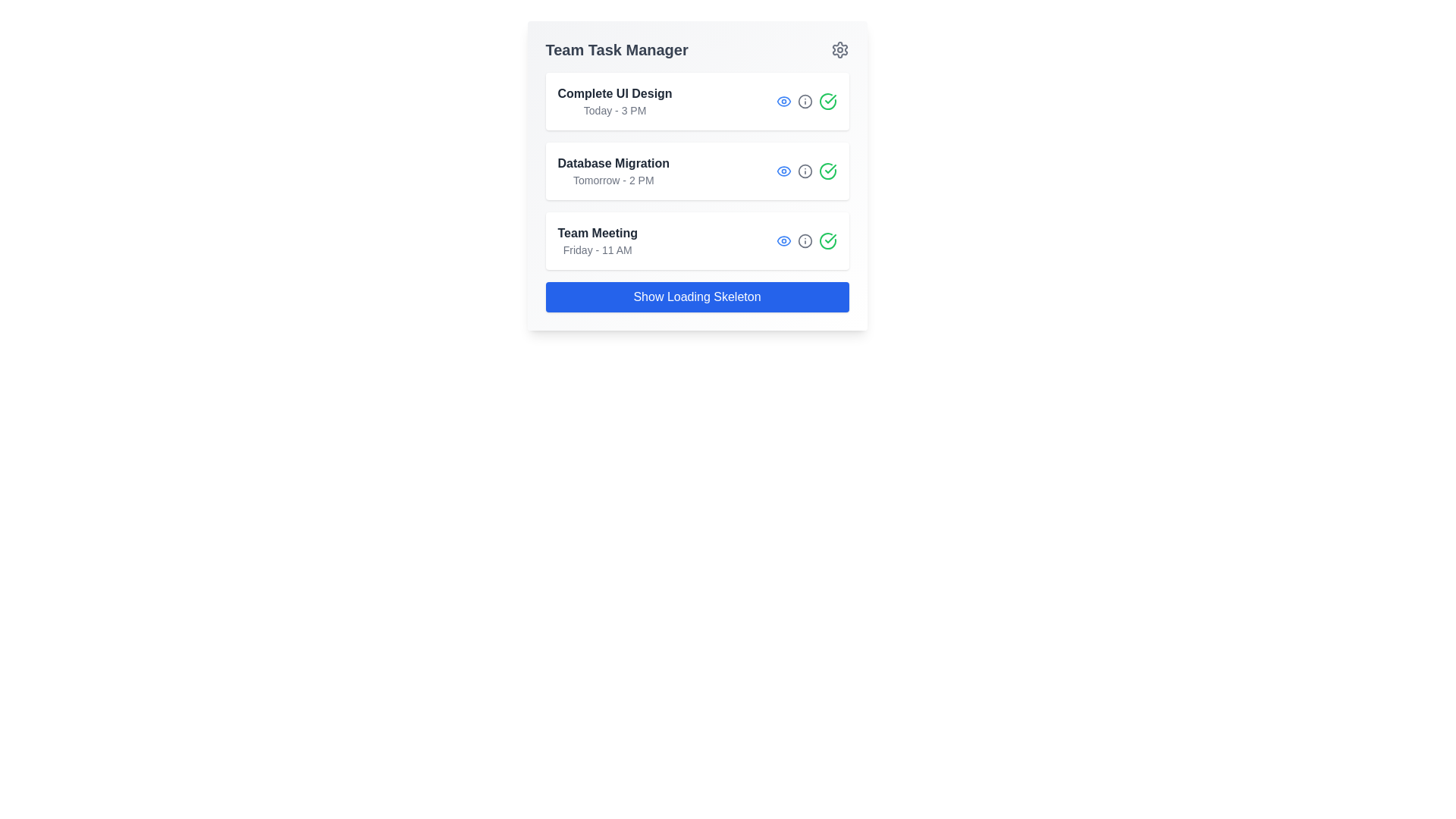 Image resolution: width=1456 pixels, height=819 pixels. Describe the element at coordinates (829, 169) in the screenshot. I see `the green checkmark icon within the circular frame, positioned to the right side of the task item 'Complete UI Design'` at that location.